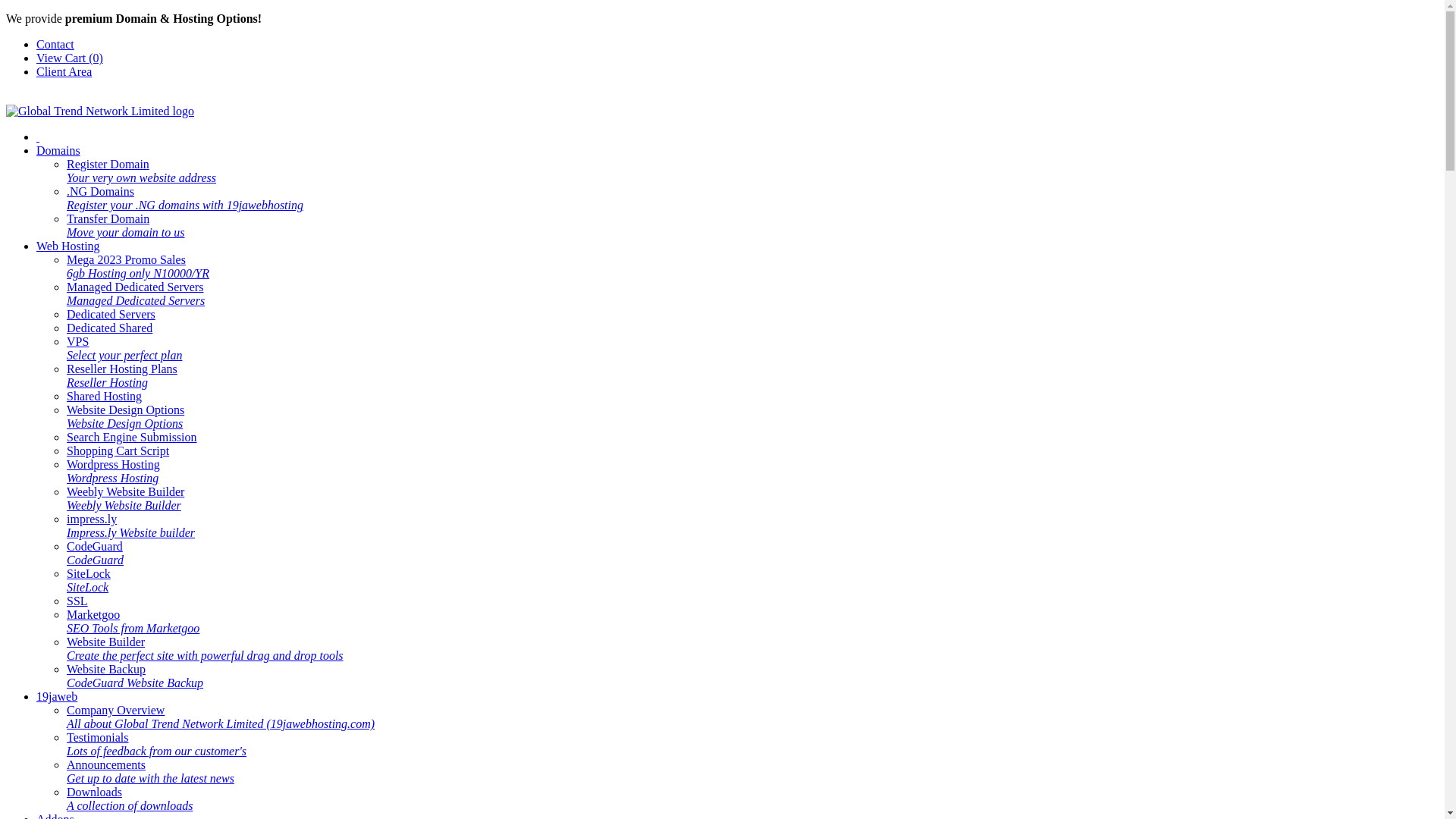 This screenshot has height=819, width=1456. What do you see at coordinates (87, 580) in the screenshot?
I see `'SiteLock` at bounding box center [87, 580].